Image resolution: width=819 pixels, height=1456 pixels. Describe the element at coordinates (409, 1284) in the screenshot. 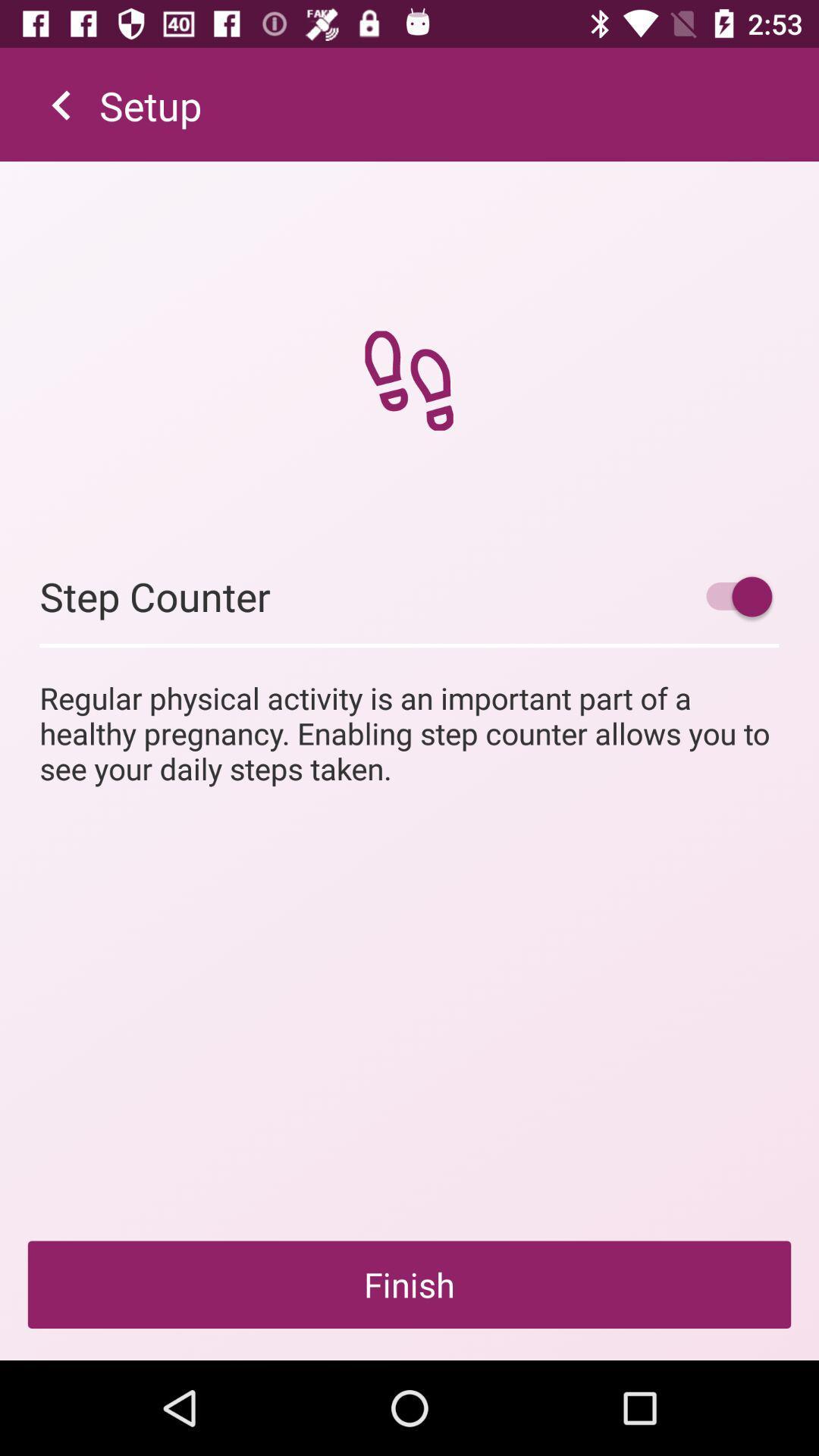

I see `item below regular physical activity icon` at that location.